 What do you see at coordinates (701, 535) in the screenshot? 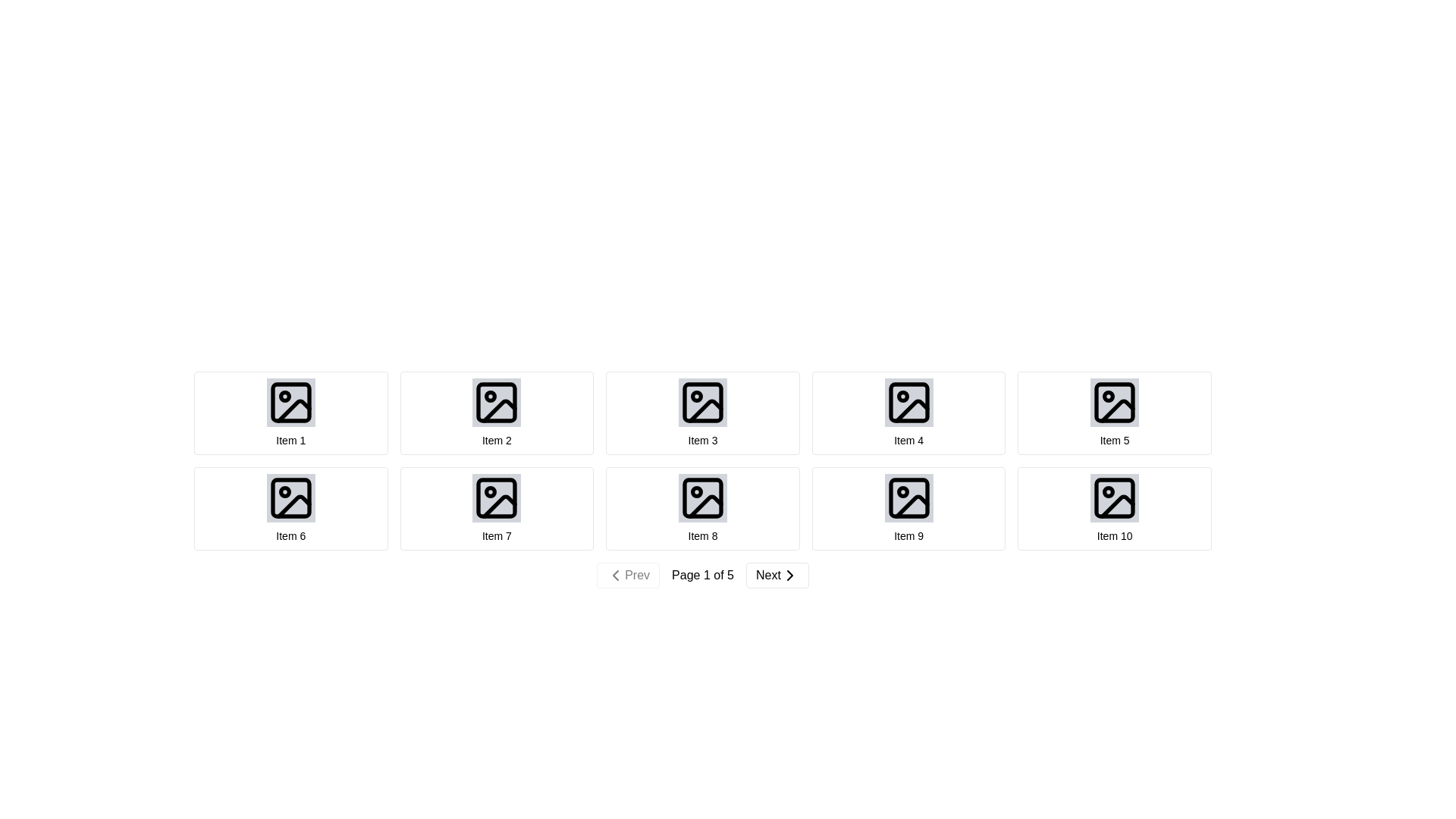
I see `the text label located in the second row, third column of the grid layout that serves as an identification for the associated image or component` at bounding box center [701, 535].